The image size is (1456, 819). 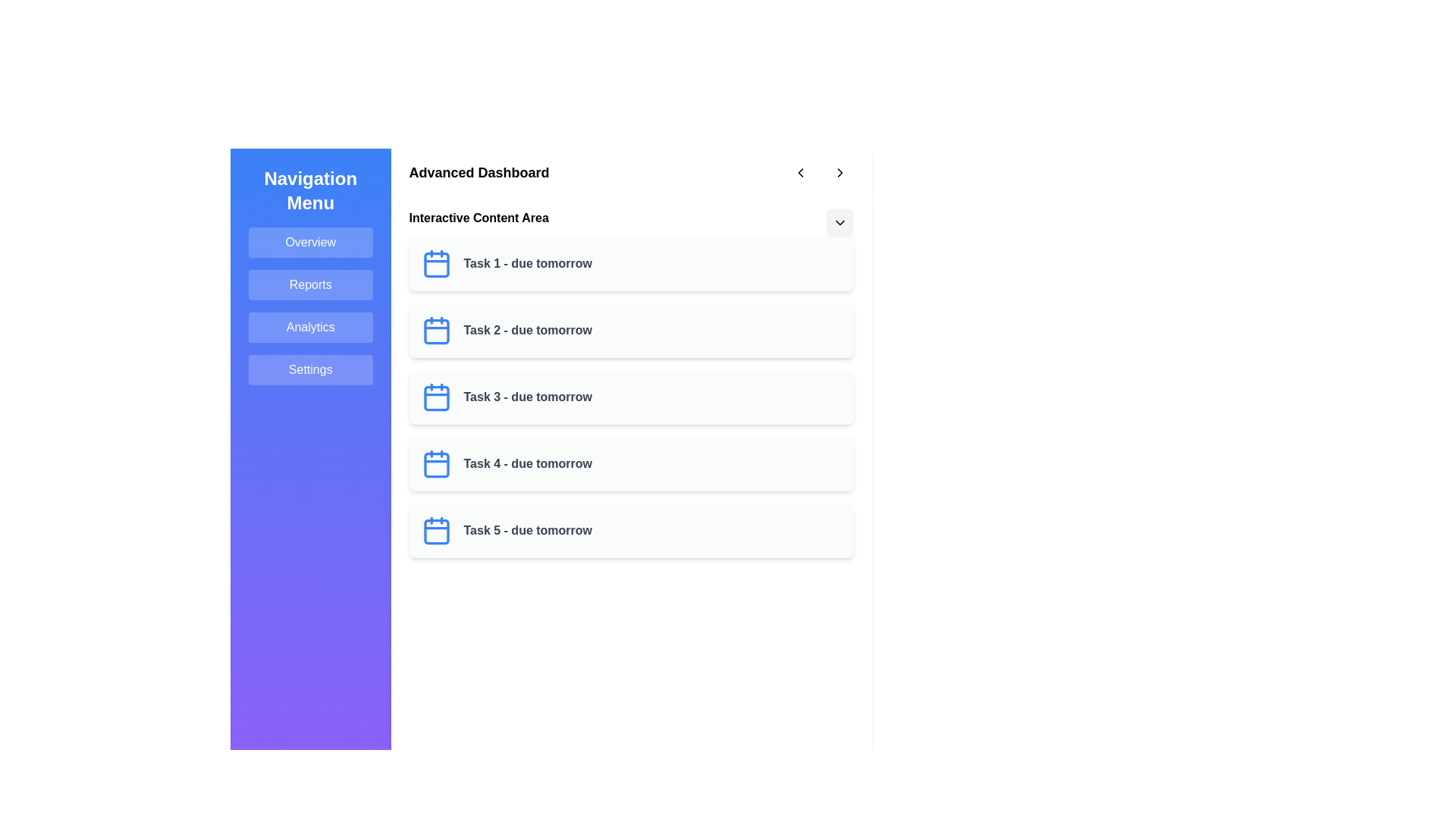 What do you see at coordinates (435, 329) in the screenshot?
I see `the calendar icon located in the second task block labeled 'Task 2 - due tomorrow', which visually indicates a date-related aspect for the associated task` at bounding box center [435, 329].